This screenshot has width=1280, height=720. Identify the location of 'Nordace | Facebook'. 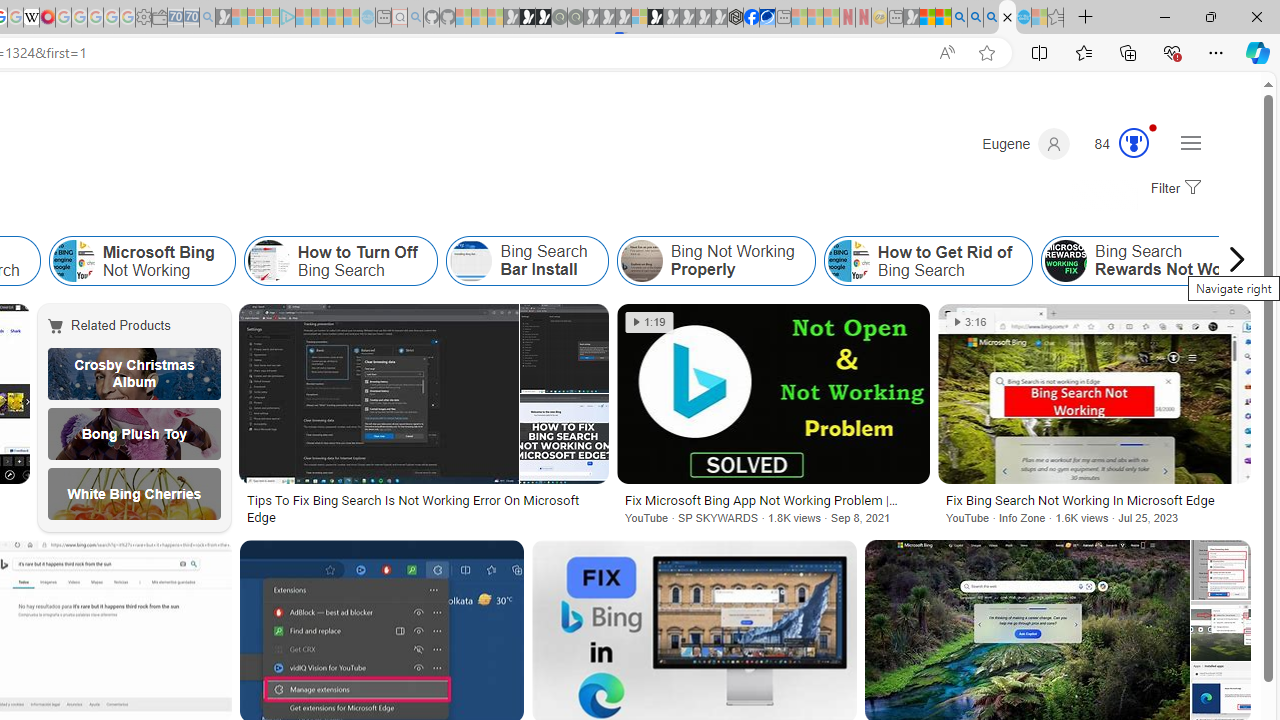
(750, 17).